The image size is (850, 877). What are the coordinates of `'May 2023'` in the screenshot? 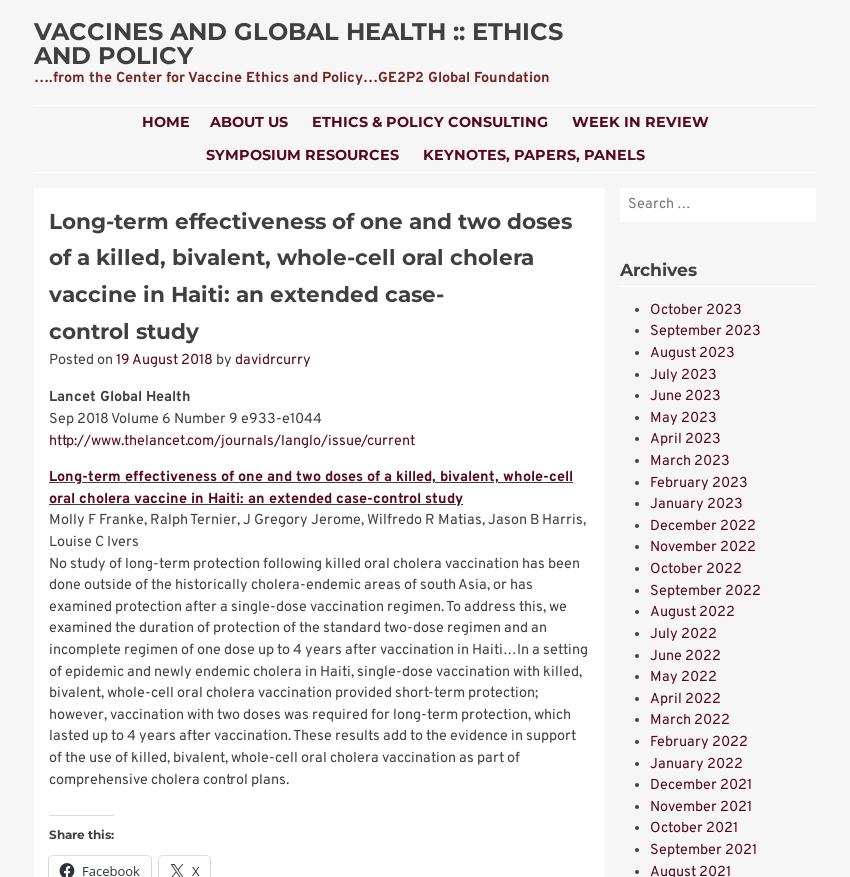 It's located at (682, 416).